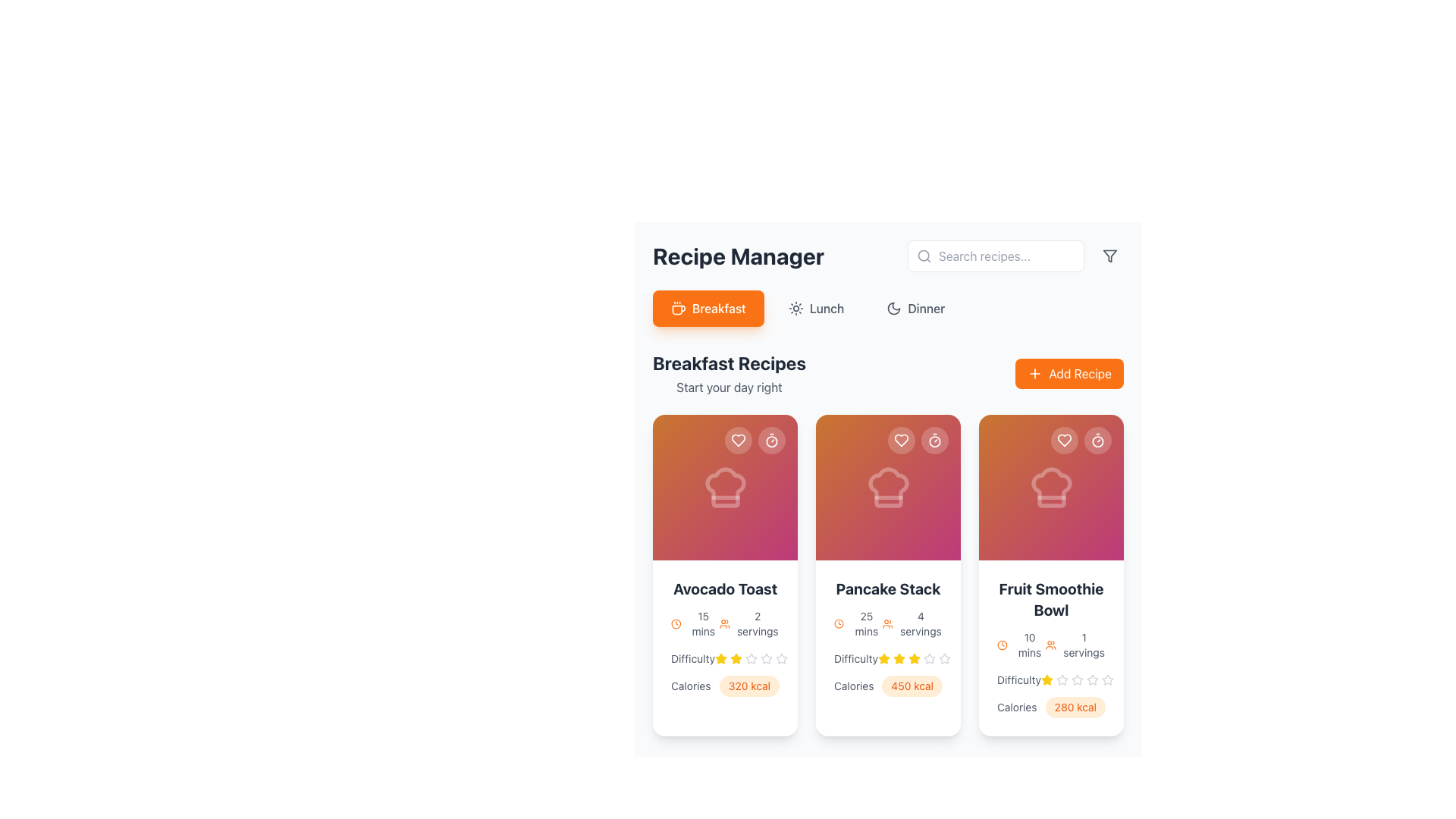 The height and width of the screenshot is (819, 1456). What do you see at coordinates (1076, 679) in the screenshot?
I see `the third star icon in the 'Difficulty' rating component of the 'Fruit Smoothie Bowl' recipe card` at bounding box center [1076, 679].